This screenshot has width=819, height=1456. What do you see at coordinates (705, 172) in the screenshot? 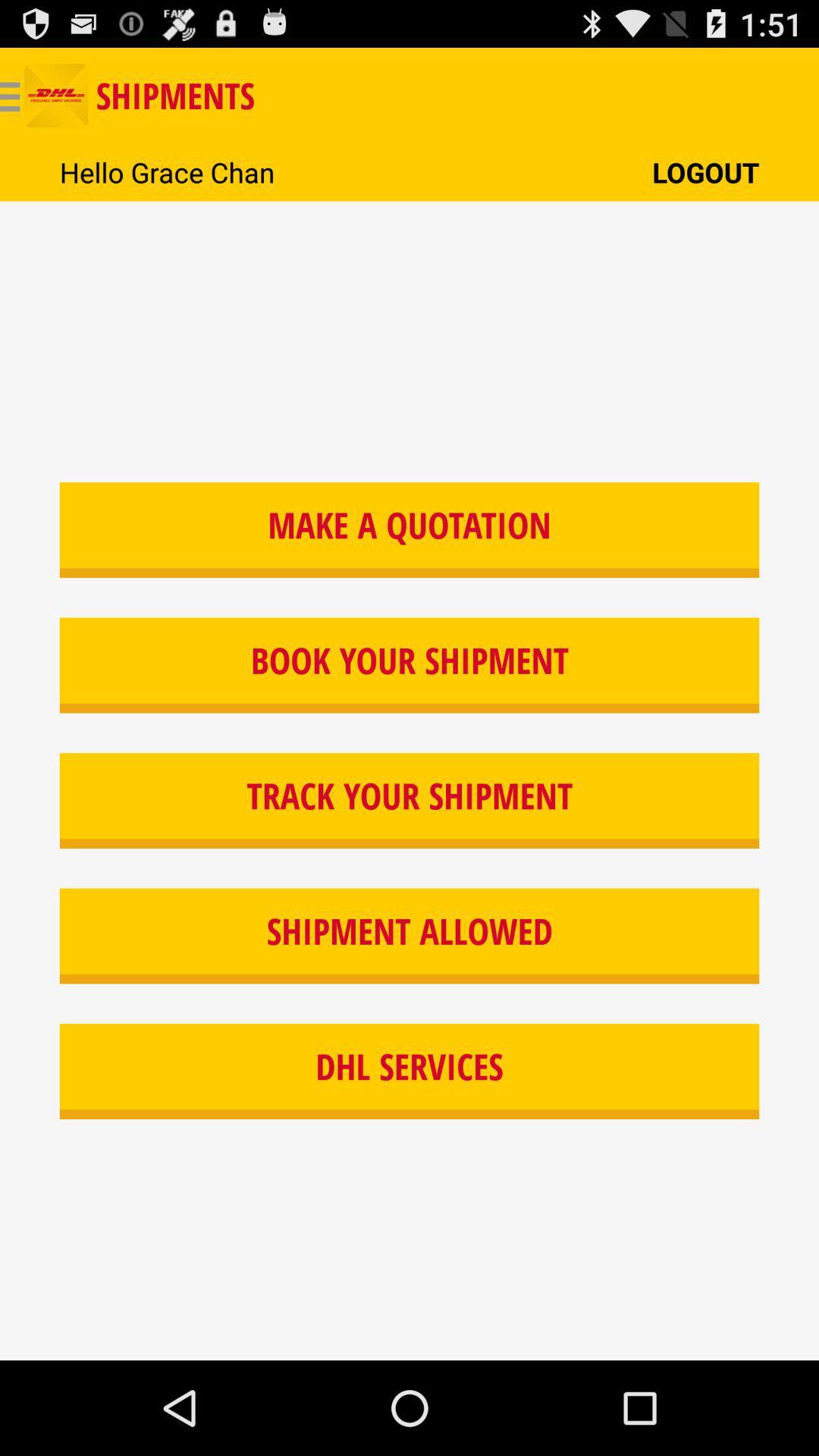
I see `the app to the right of the hello grace chan app` at bounding box center [705, 172].